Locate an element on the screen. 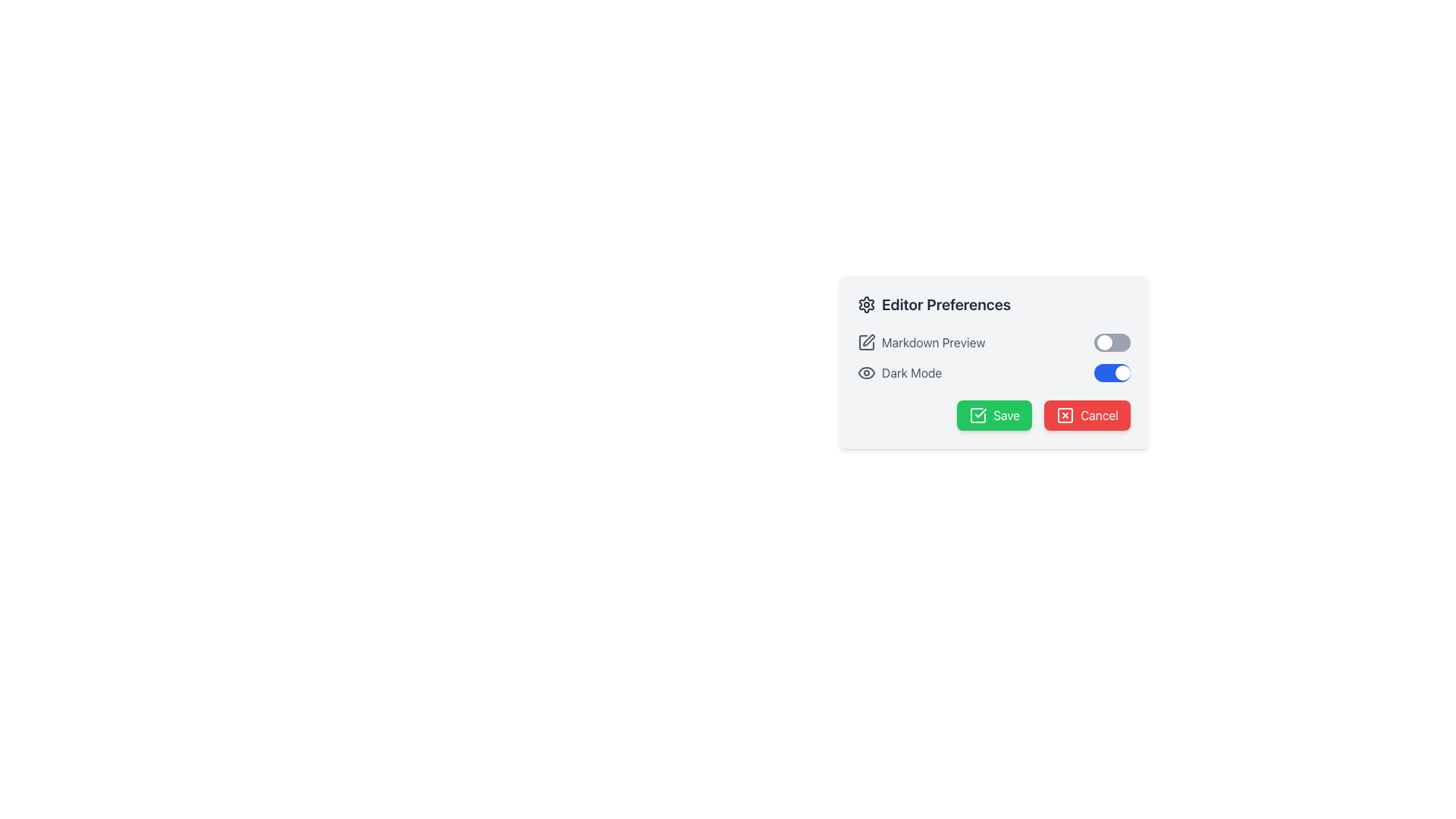 Image resolution: width=1456 pixels, height=819 pixels. the gear-shaped icon located to the left of the 'Editor Preferences' title within the settings dialog box is located at coordinates (866, 304).